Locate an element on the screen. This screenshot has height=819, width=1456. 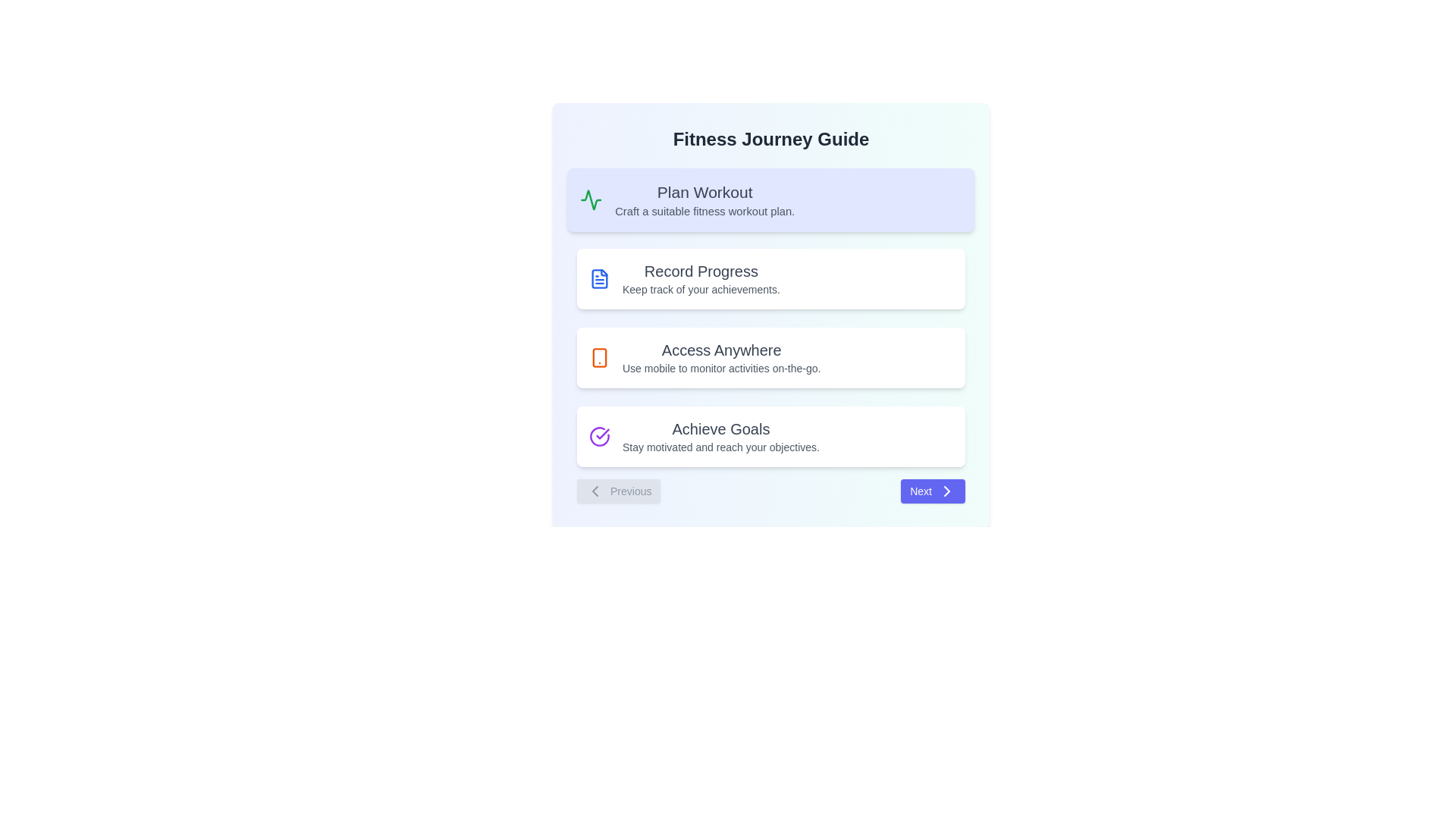
the Informative Text Block that describes the 'Record Progress' functionality, which is the second option in the vertical list of cards is located at coordinates (700, 278).